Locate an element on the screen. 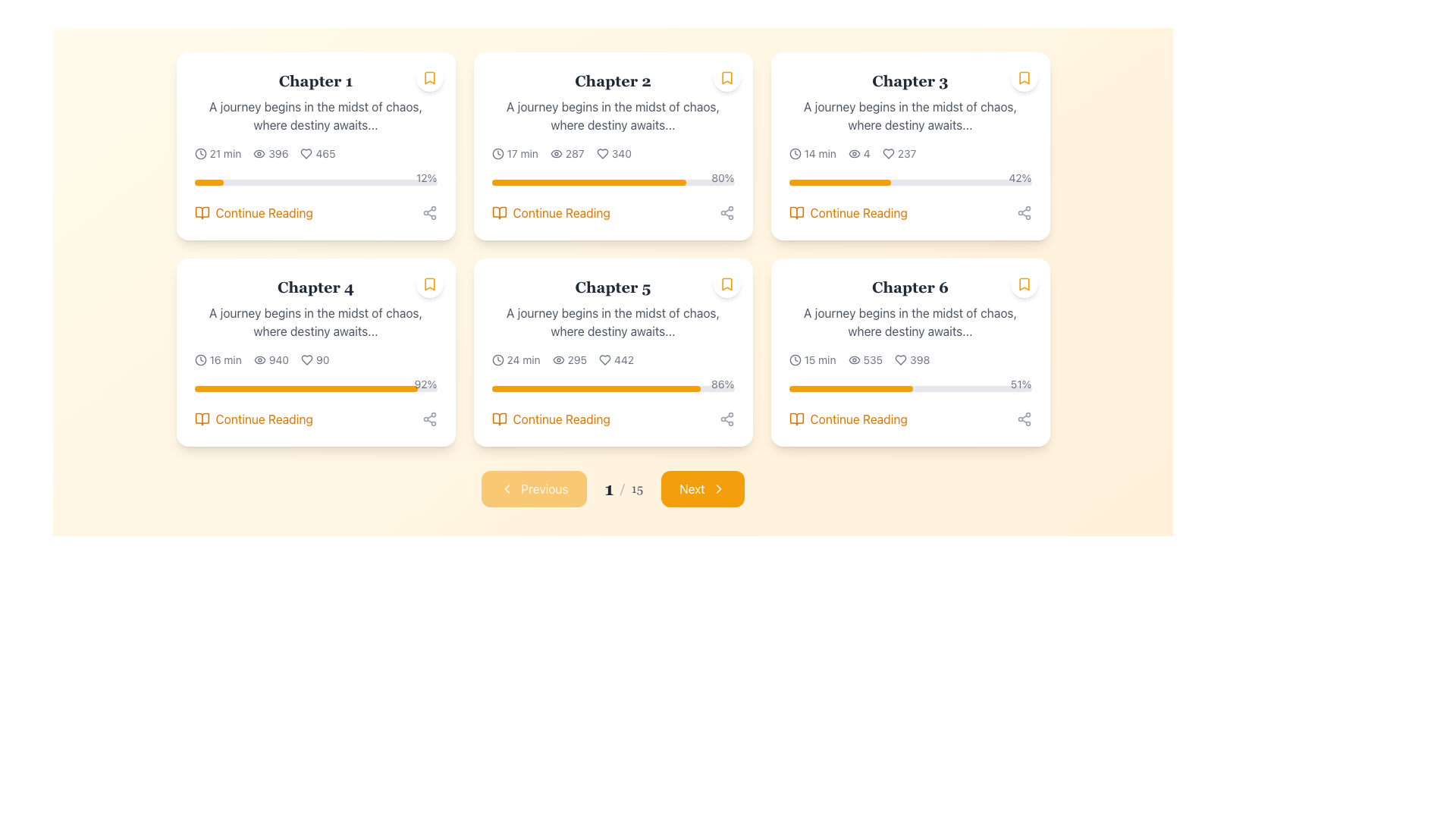 The width and height of the screenshot is (1456, 819). the heart-shaped icon located is located at coordinates (901, 359).